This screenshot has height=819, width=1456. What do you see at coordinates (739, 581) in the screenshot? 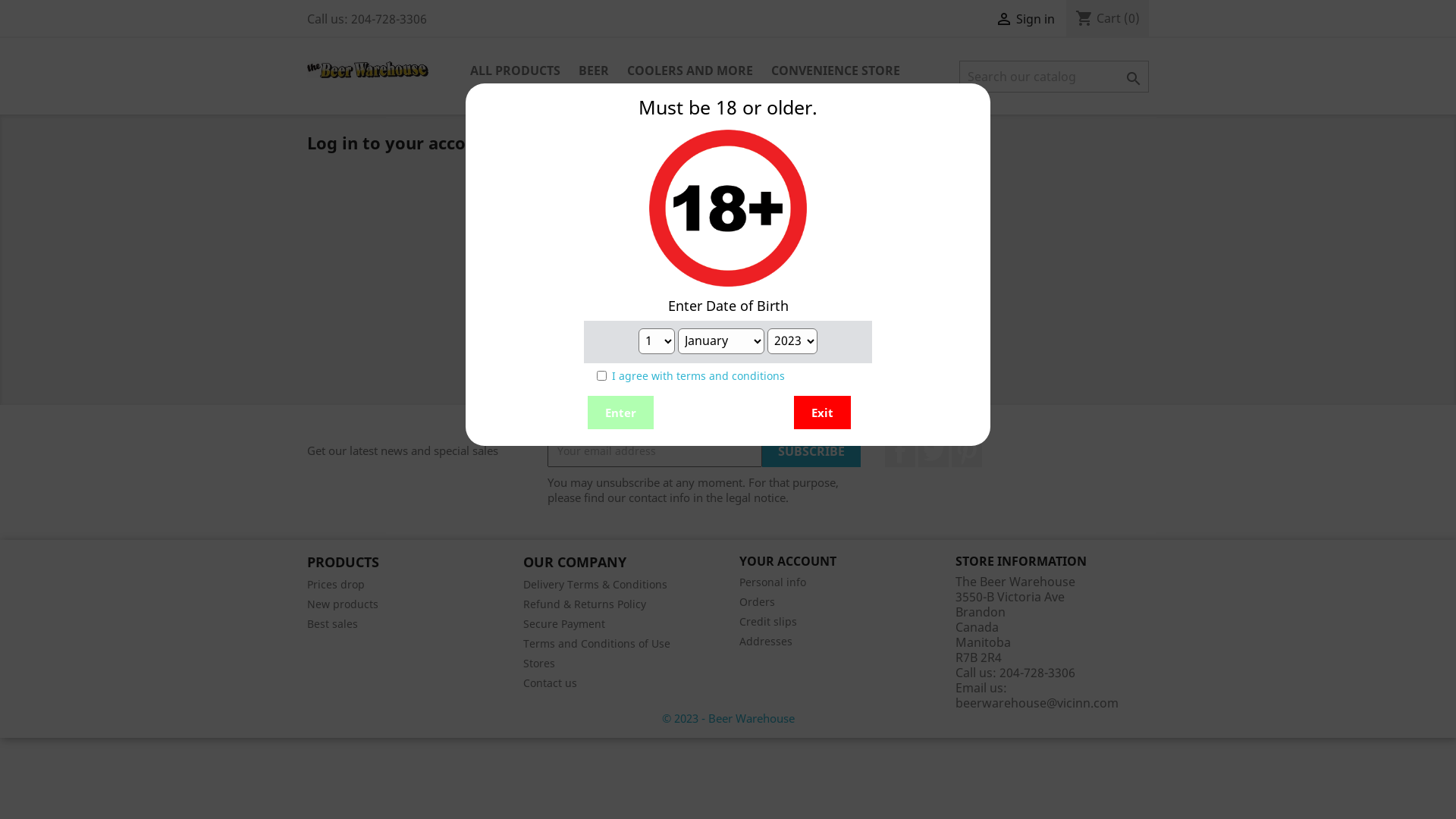
I see `'Personal info'` at bounding box center [739, 581].